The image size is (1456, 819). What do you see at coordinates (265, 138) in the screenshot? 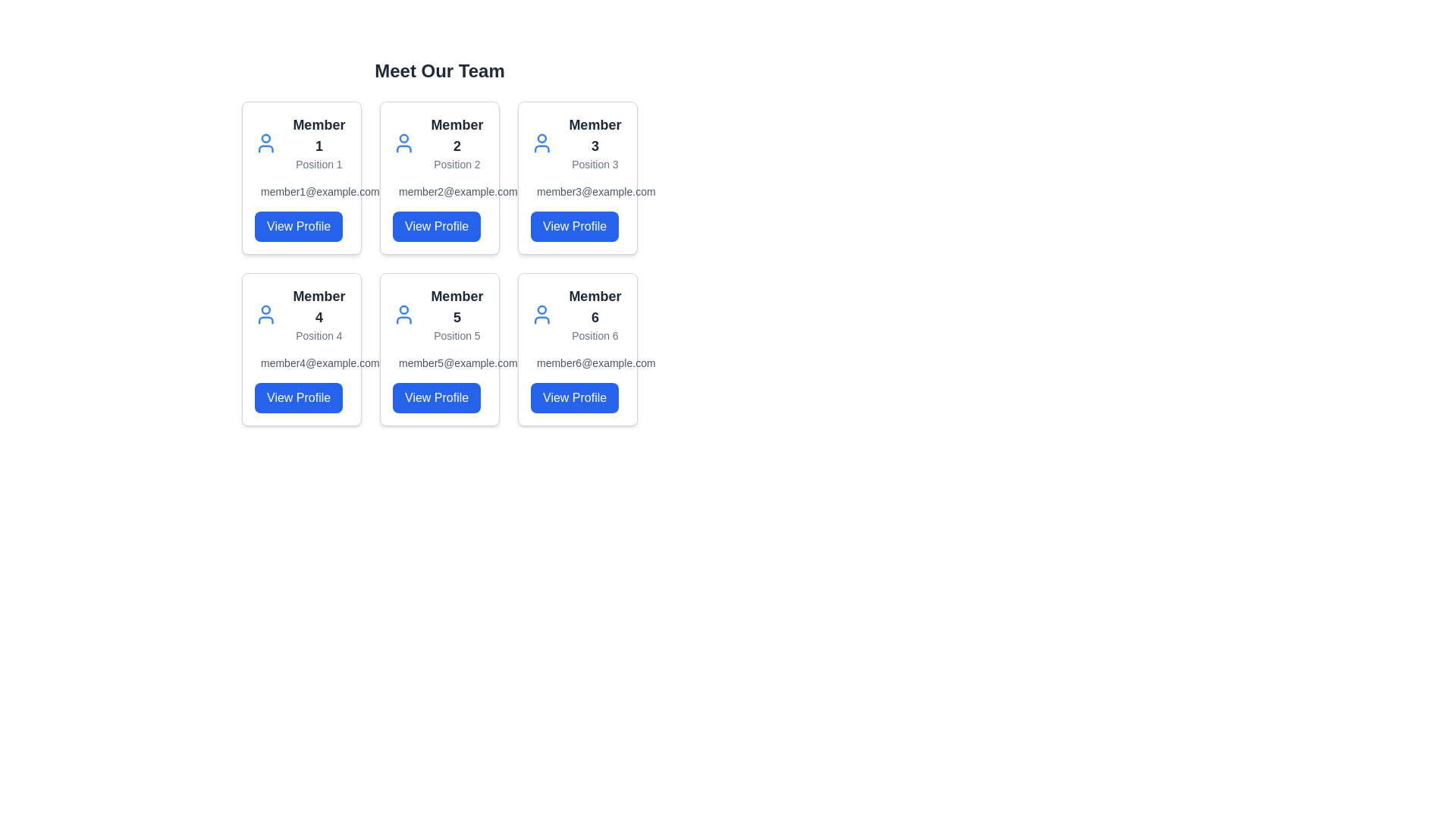
I see `the circular part of the user icon located in the top-left corner of the grid of six cards, above the text 'Member 1'` at bounding box center [265, 138].